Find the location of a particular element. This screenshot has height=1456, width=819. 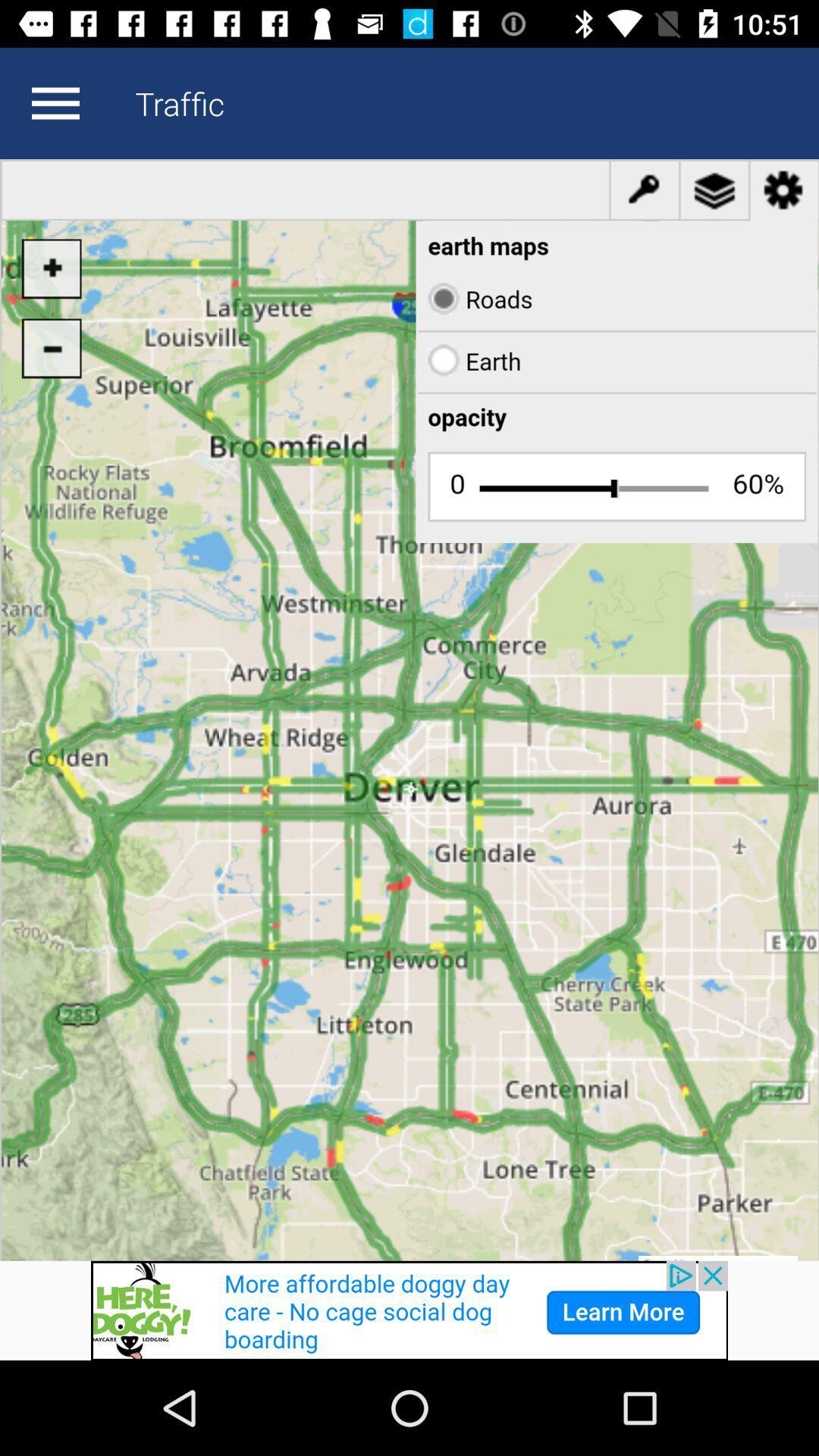

menu button is located at coordinates (55, 102).